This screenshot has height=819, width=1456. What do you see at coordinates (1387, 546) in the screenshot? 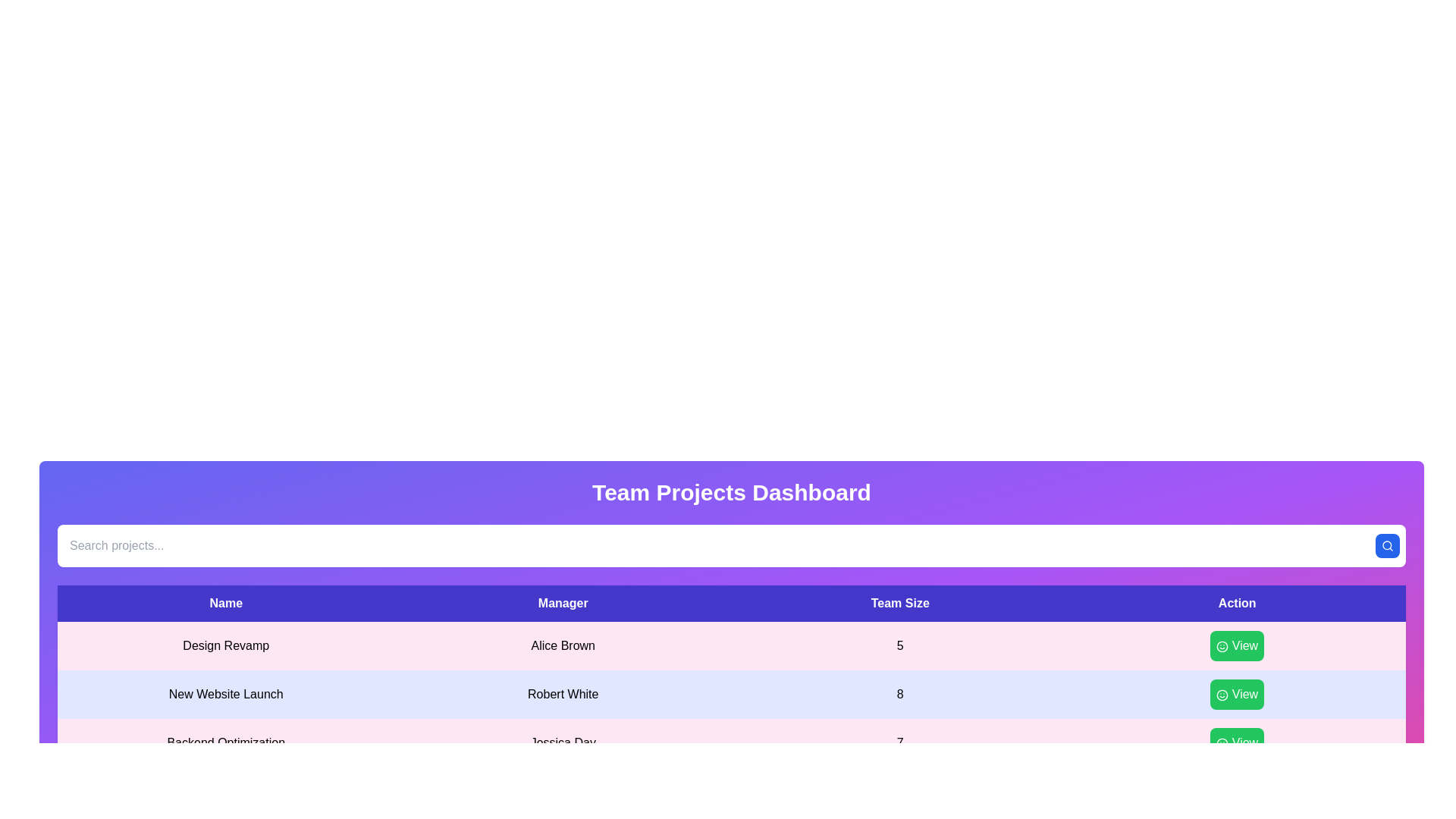
I see `the button with a magnifying glass icon, which has a blue background and white text, located to the far right of the search input field` at bounding box center [1387, 546].